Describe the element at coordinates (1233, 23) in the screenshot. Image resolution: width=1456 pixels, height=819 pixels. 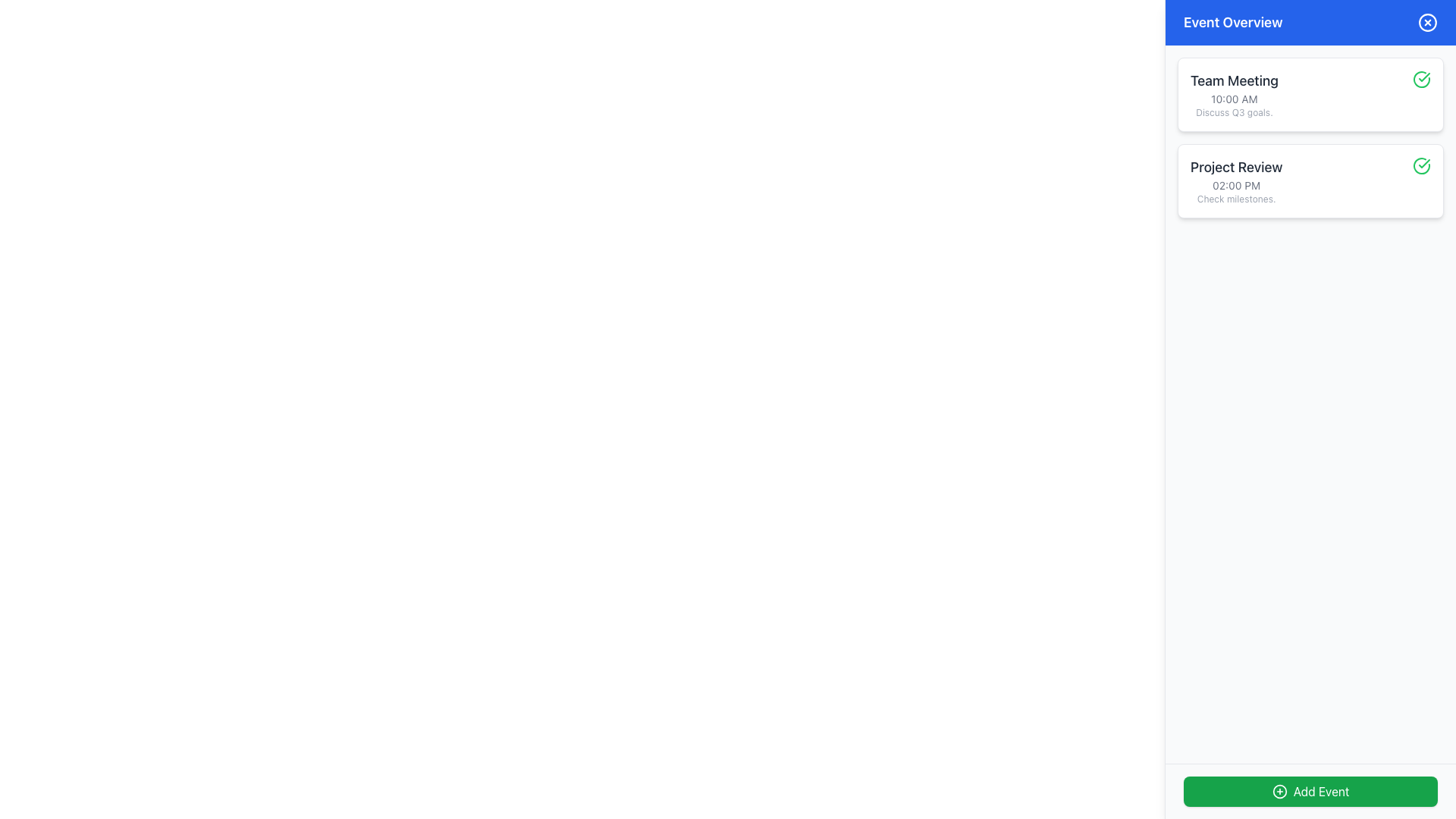
I see `the 'Event Overview' text label, which is styled in bold white font on a blue background and is positioned to the left of a circular button with an 'X' icon` at that location.